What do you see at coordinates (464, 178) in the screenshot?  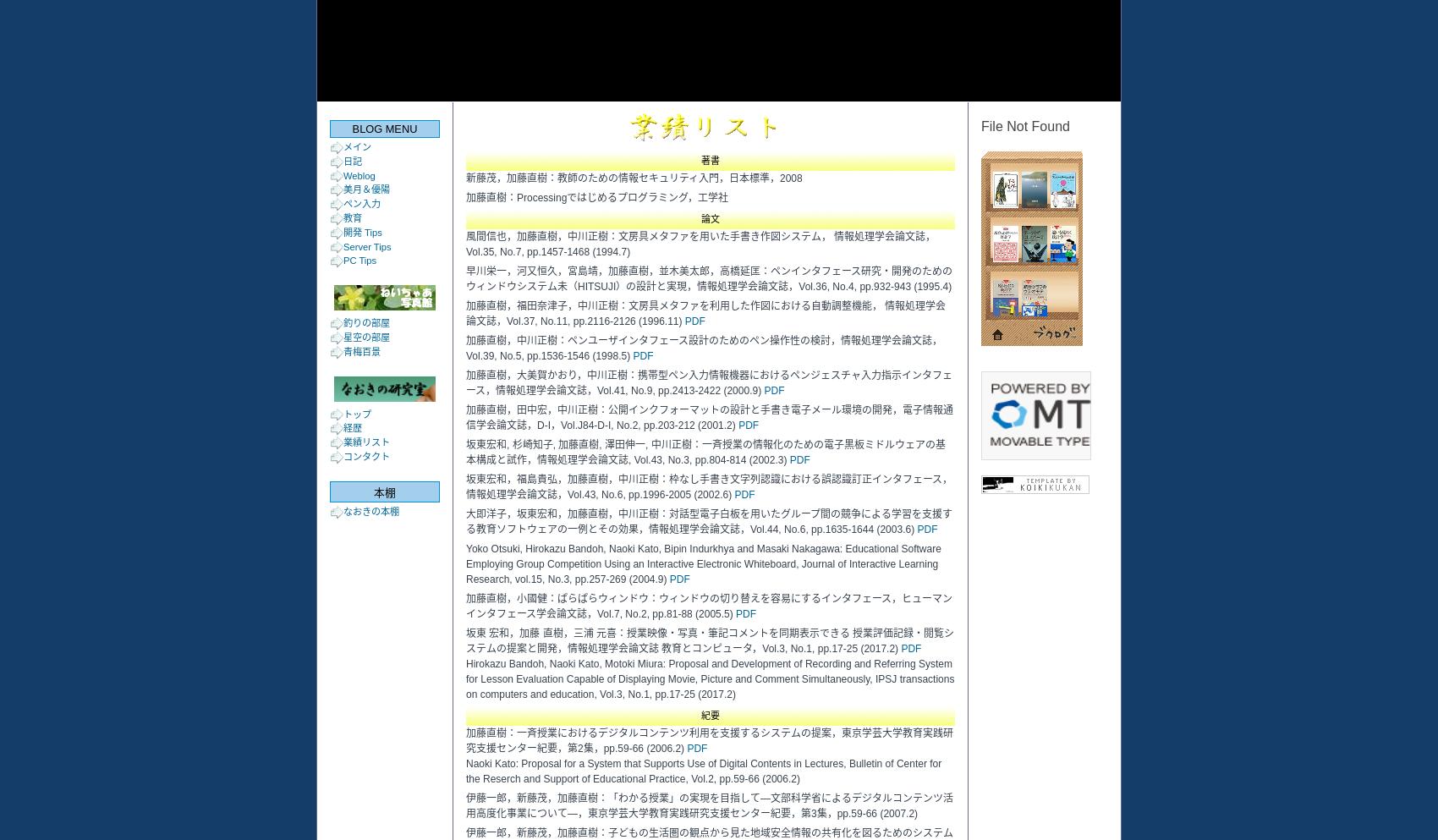 I see `'新藤茂，加藤直樹：教師のための情報セキュリティ入門，日本標準，2008'` at bounding box center [464, 178].